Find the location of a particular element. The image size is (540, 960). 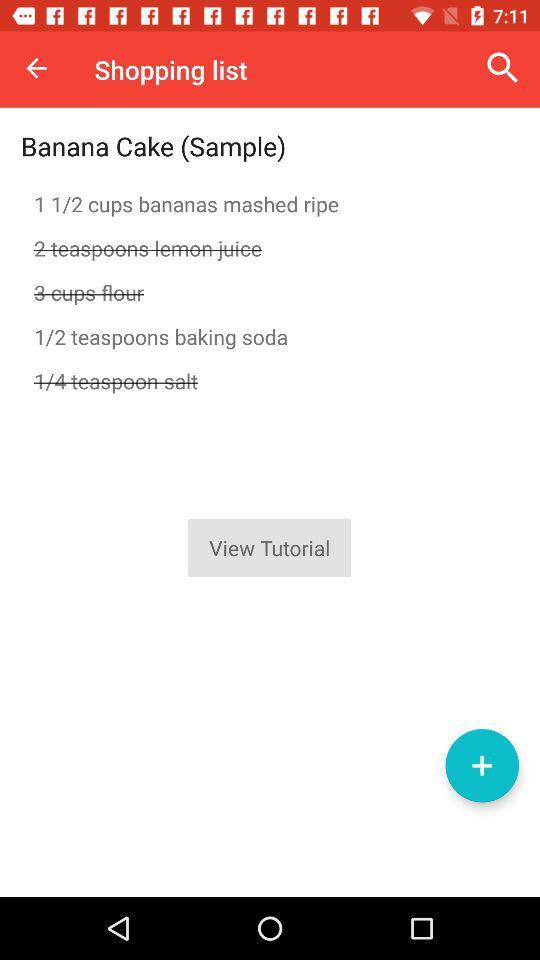

a list is located at coordinates (481, 764).